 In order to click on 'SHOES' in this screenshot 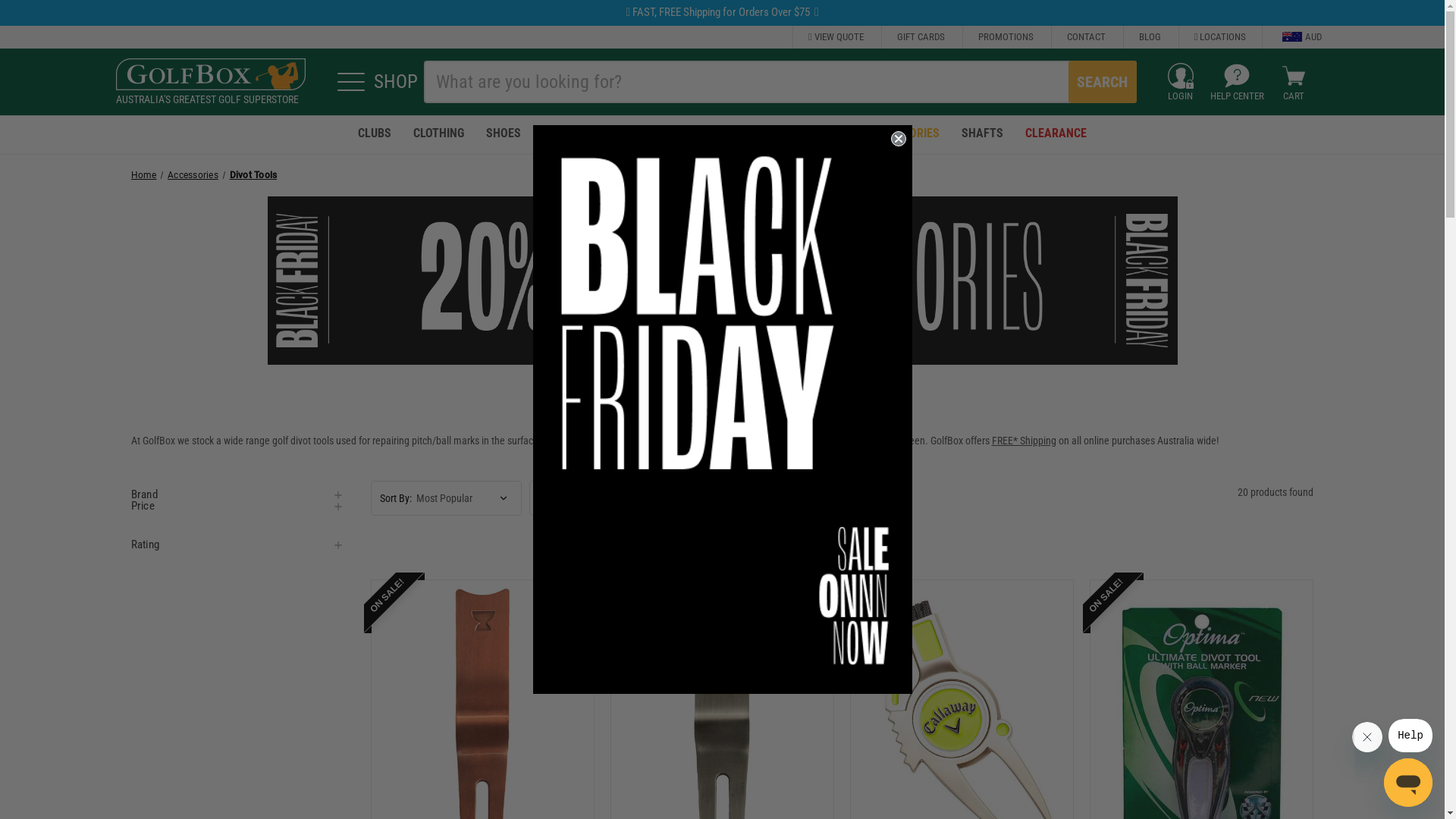, I will do `click(504, 133)`.